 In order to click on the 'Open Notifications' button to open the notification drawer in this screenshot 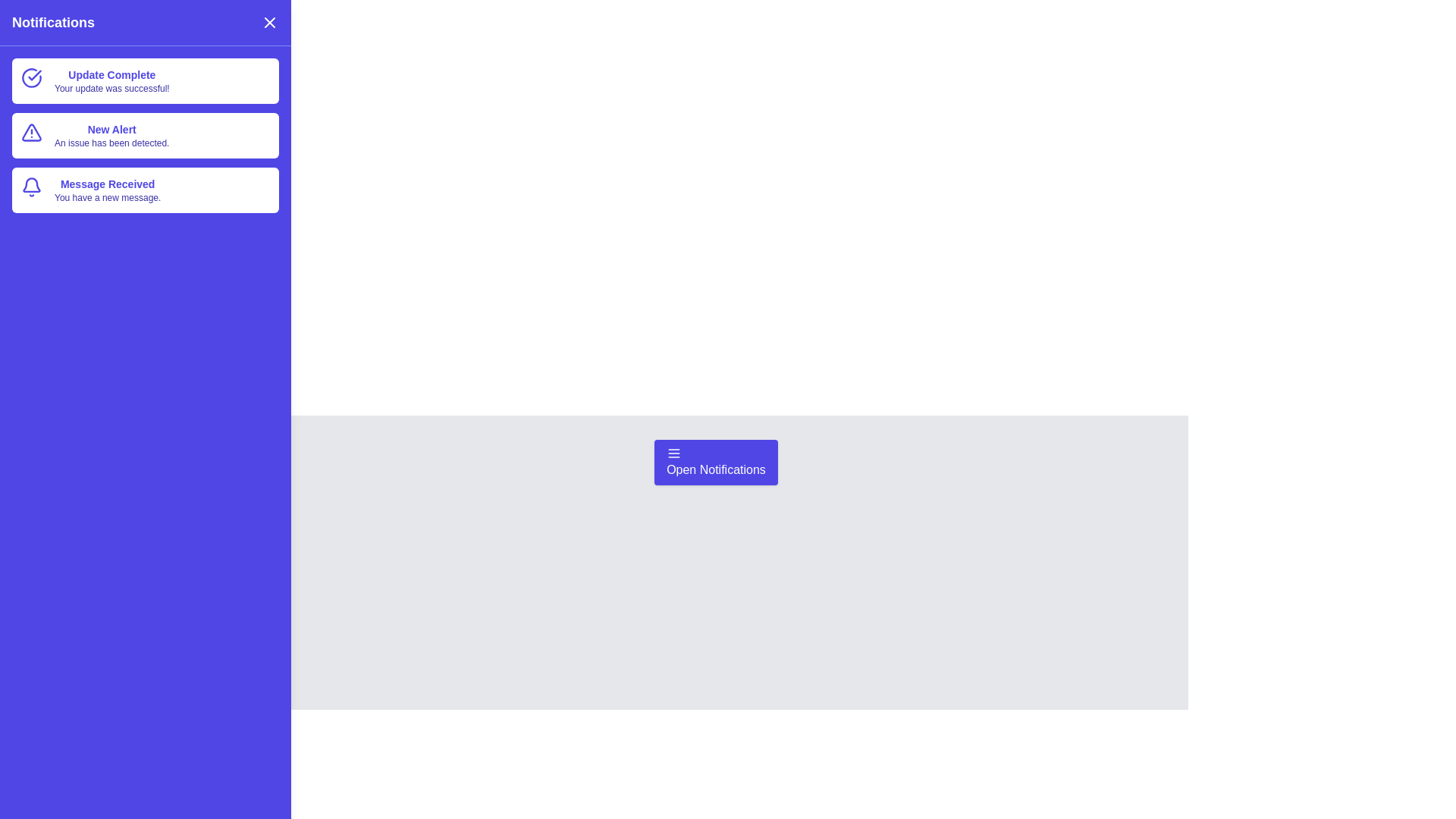, I will do `click(715, 461)`.